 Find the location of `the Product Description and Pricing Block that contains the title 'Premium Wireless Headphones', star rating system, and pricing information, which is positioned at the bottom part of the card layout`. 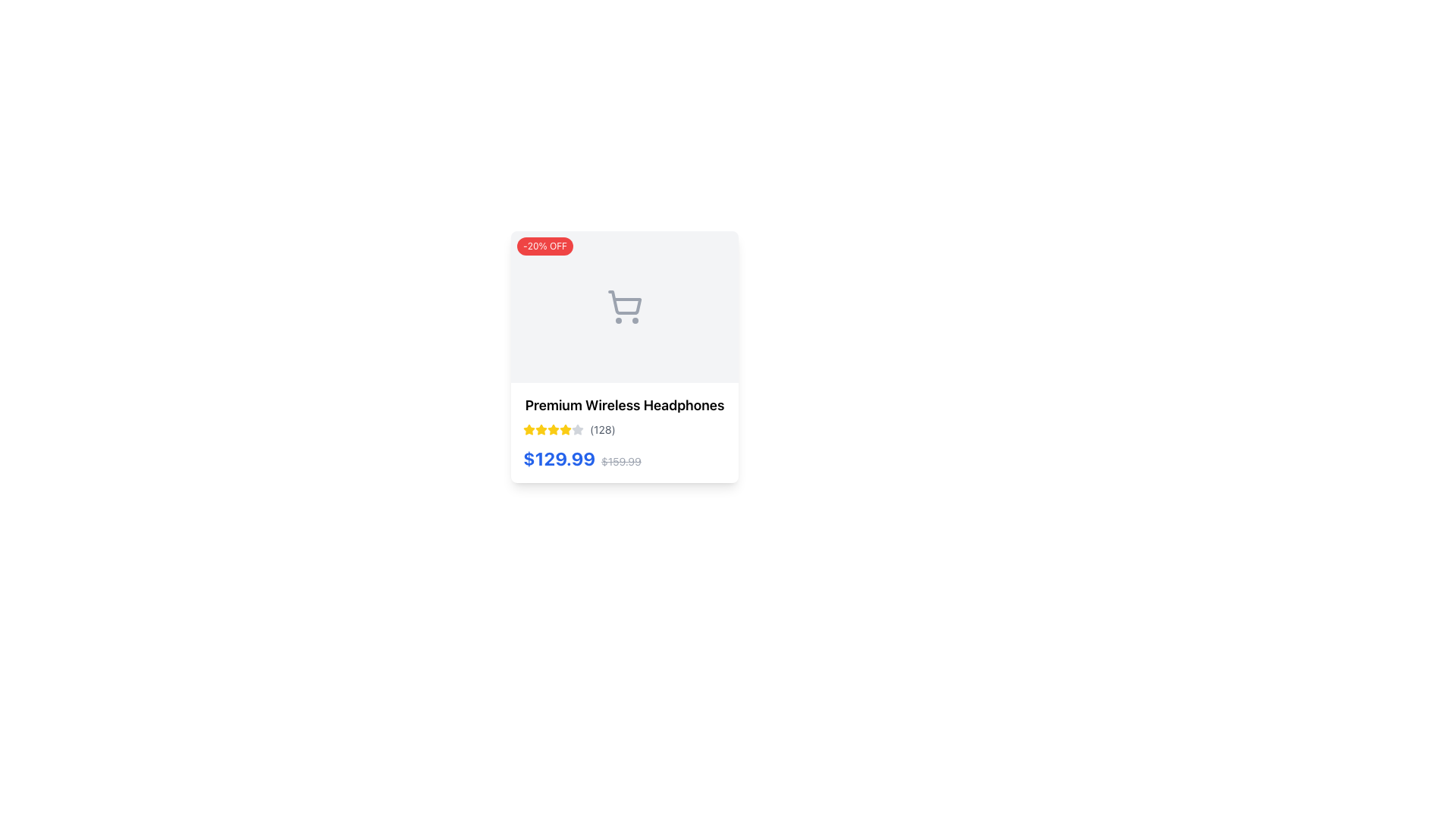

the Product Description and Pricing Block that contains the title 'Premium Wireless Headphones', star rating system, and pricing information, which is positioned at the bottom part of the card layout is located at coordinates (625, 432).